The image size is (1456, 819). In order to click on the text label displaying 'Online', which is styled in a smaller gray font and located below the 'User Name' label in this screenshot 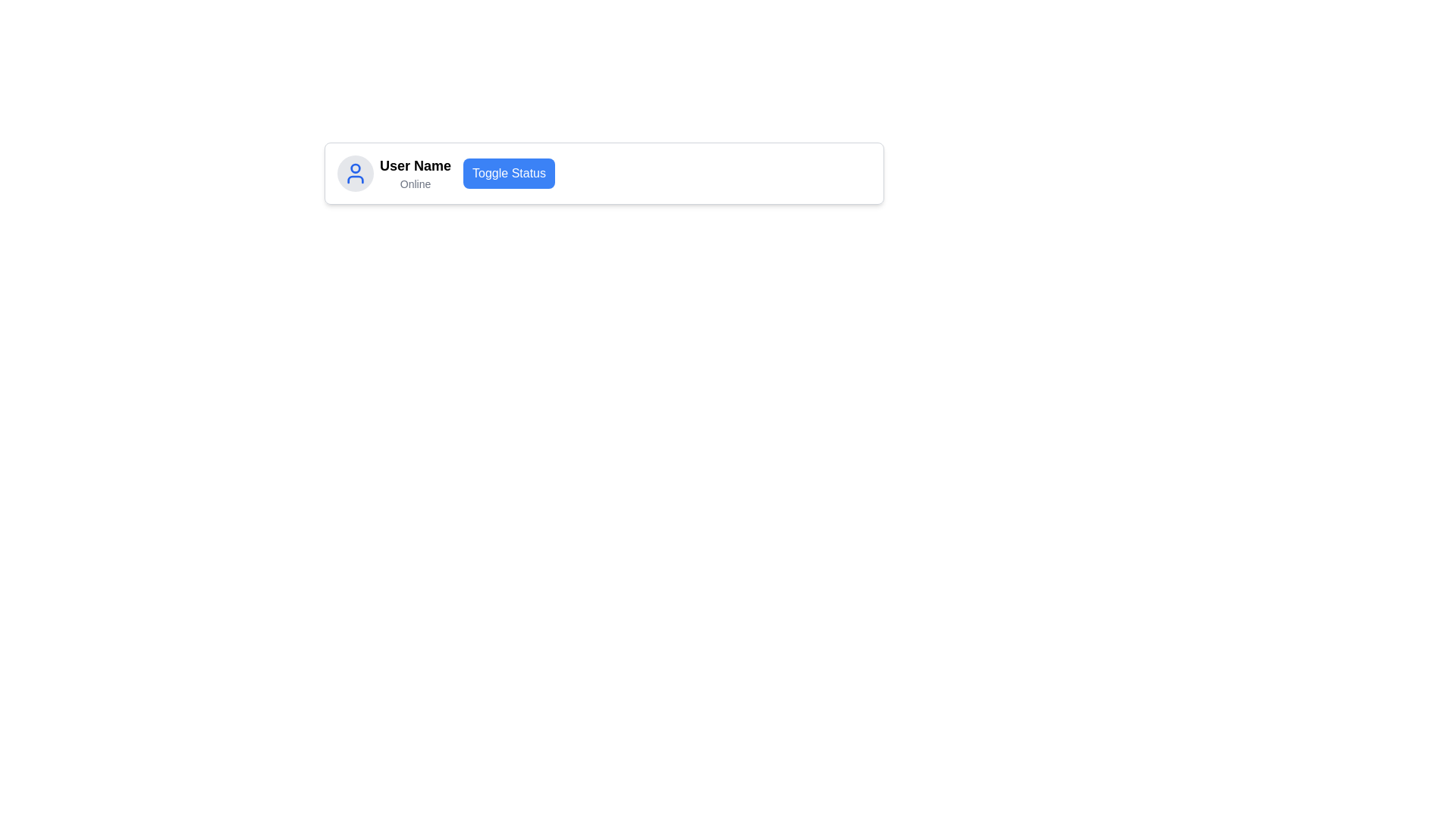, I will do `click(415, 184)`.